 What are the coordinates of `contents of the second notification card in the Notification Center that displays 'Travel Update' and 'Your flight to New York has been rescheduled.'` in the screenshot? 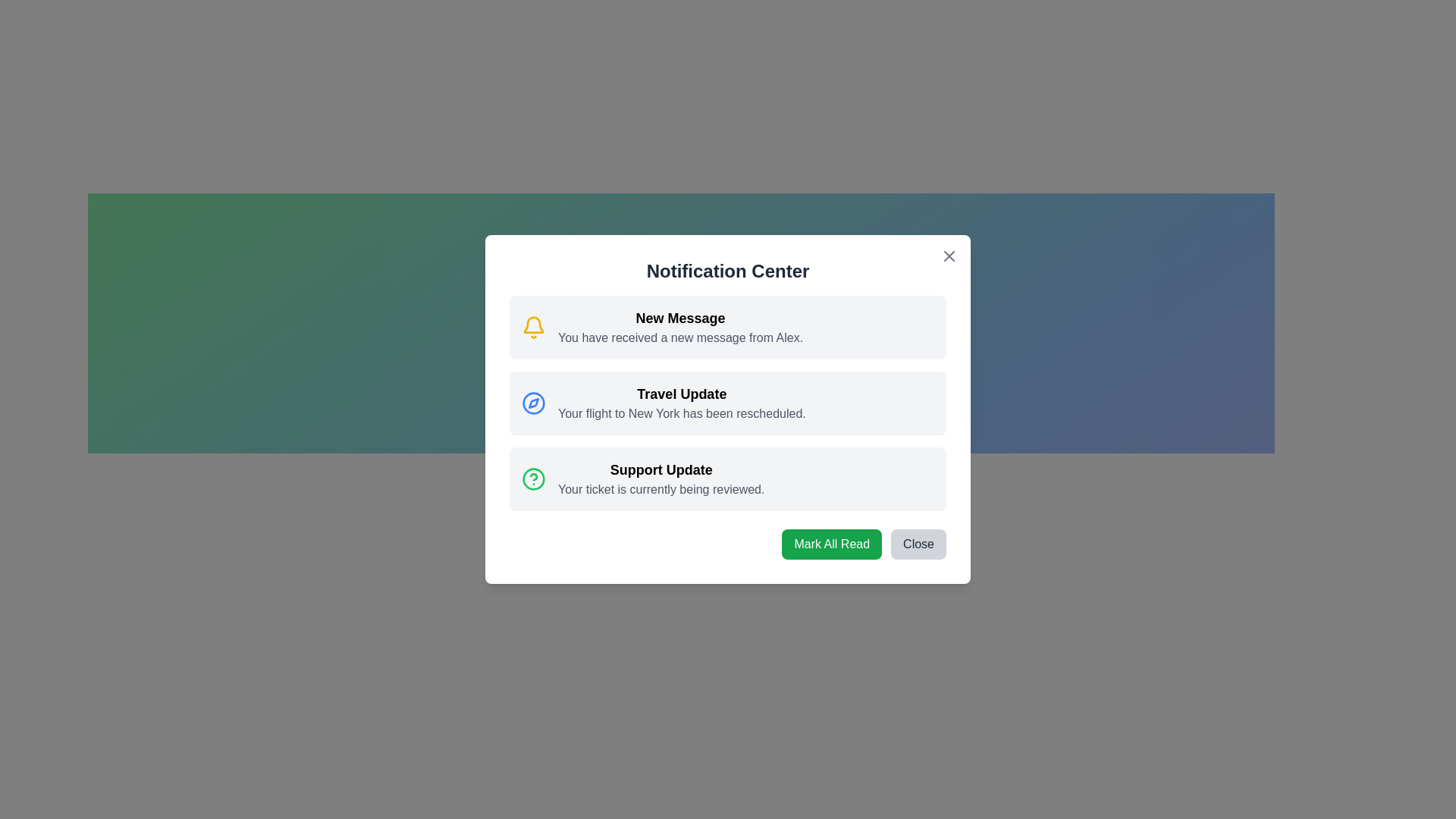 It's located at (681, 403).